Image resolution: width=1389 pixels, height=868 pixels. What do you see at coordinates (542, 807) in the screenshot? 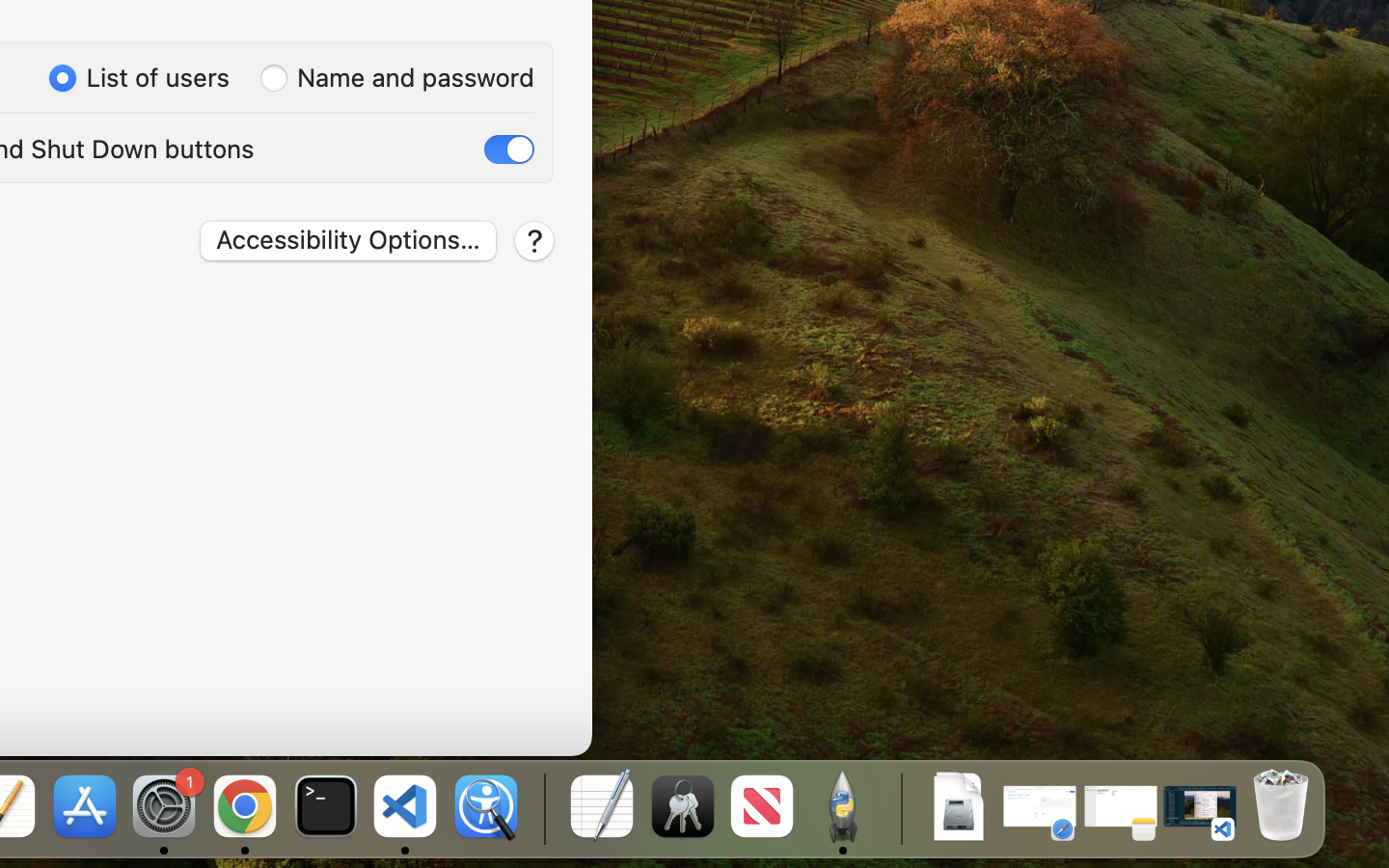
I see `'0.4285714328289032'` at bounding box center [542, 807].